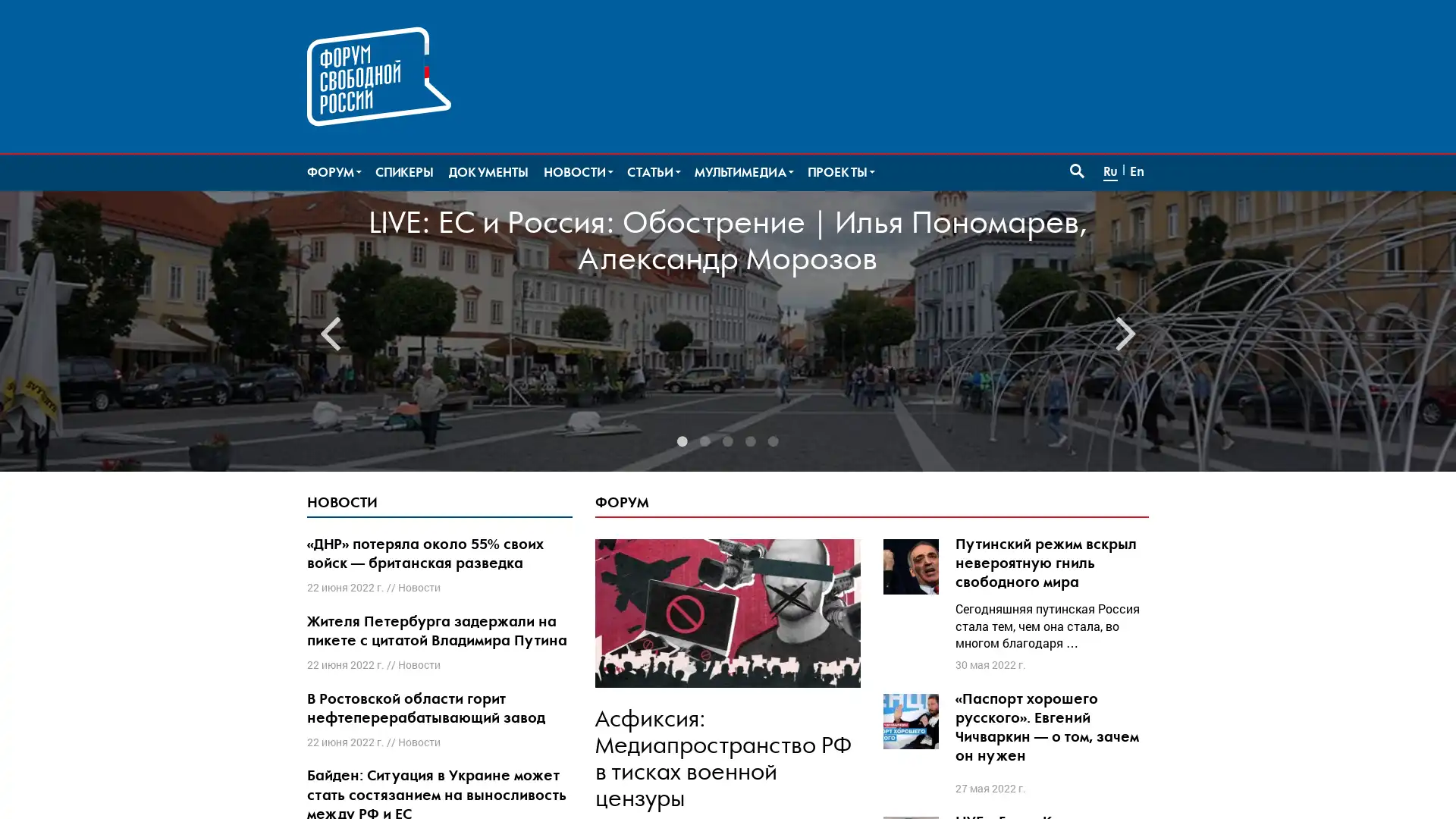  Describe the element at coordinates (1125, 330) in the screenshot. I see `Next` at that location.